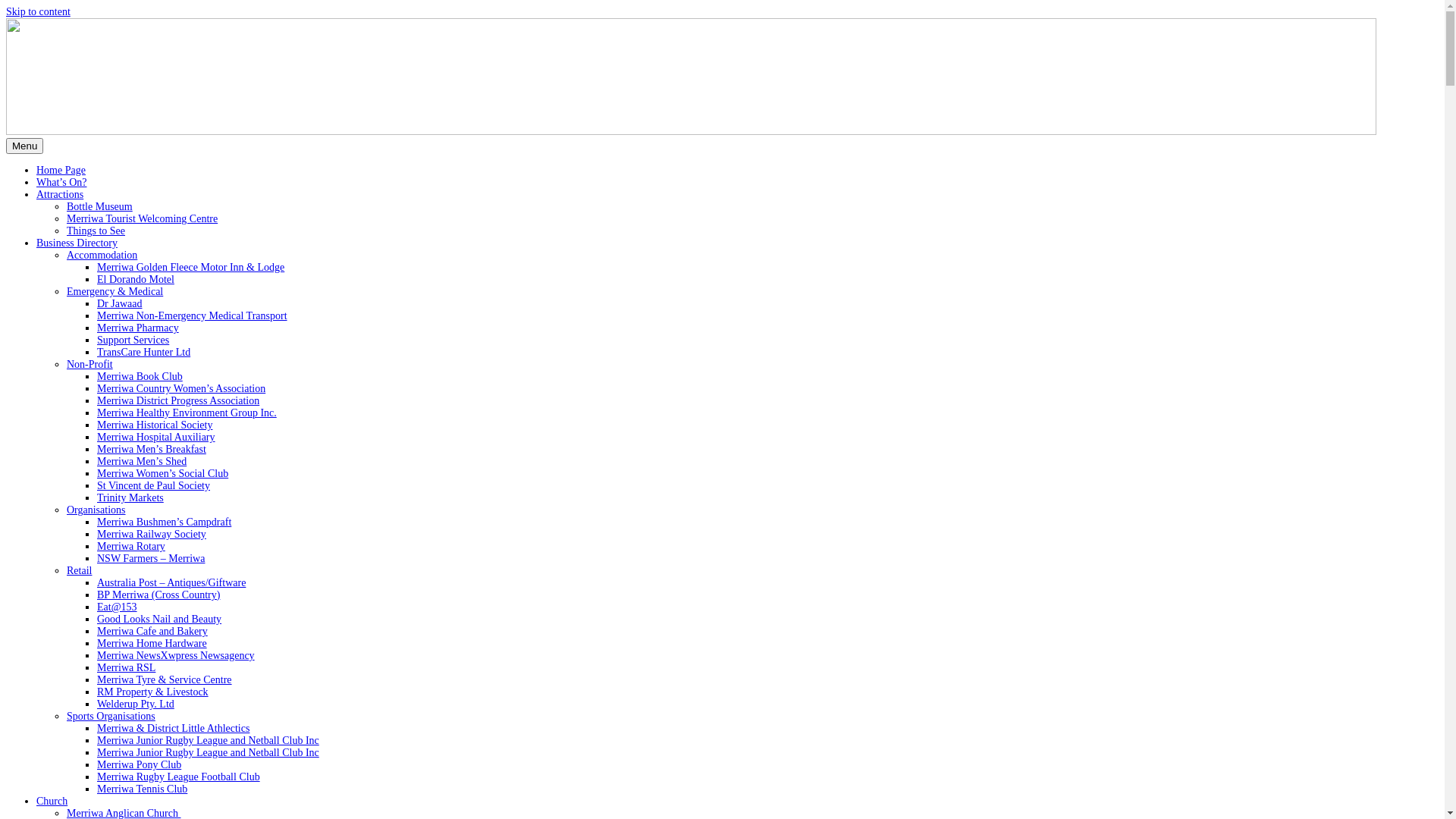 The image size is (1456, 819). What do you see at coordinates (164, 679) in the screenshot?
I see `'Merriwa Tyre & Service Centre'` at bounding box center [164, 679].